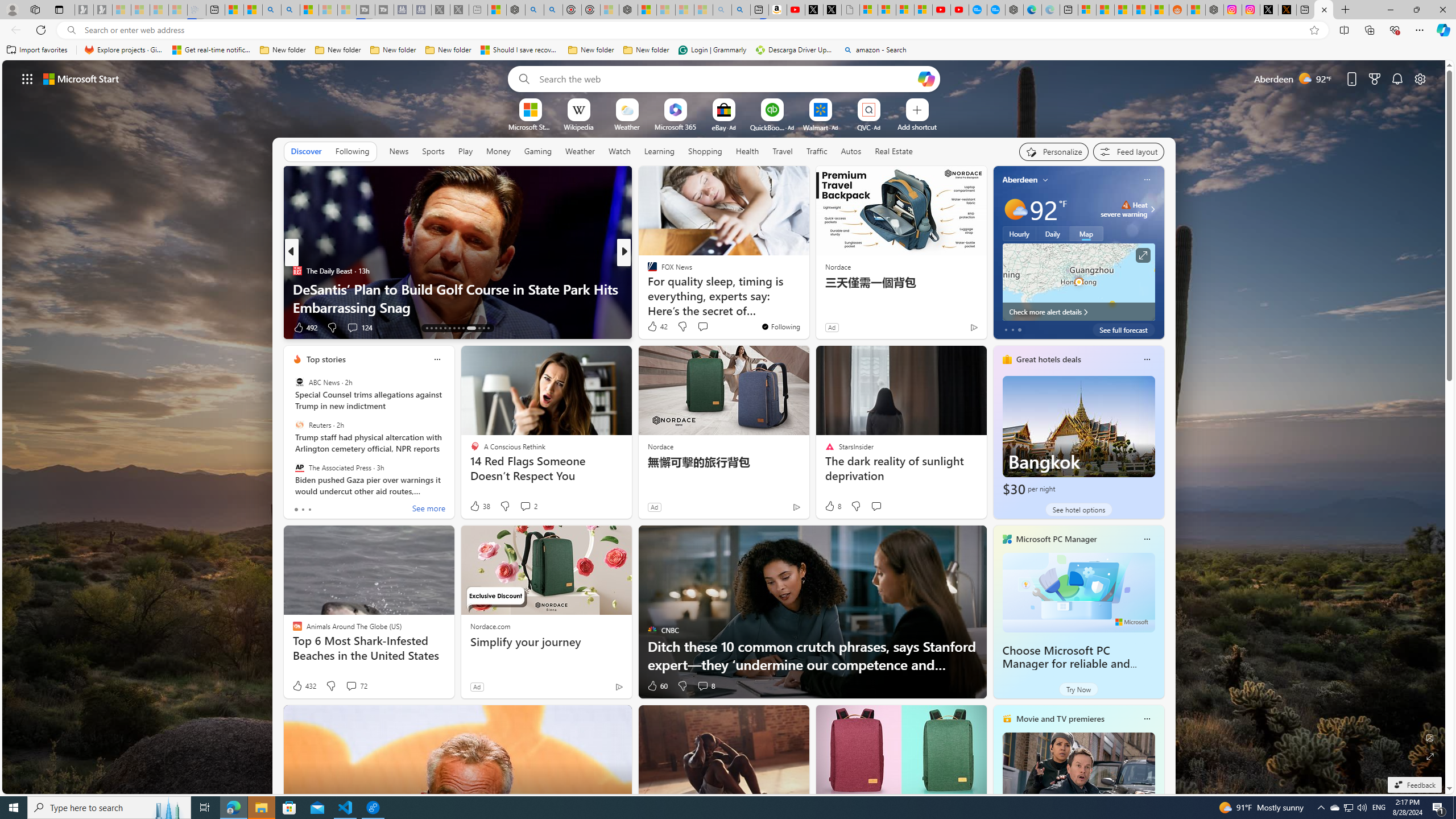  I want to click on 'Mostly sunny', so click(1015, 209).